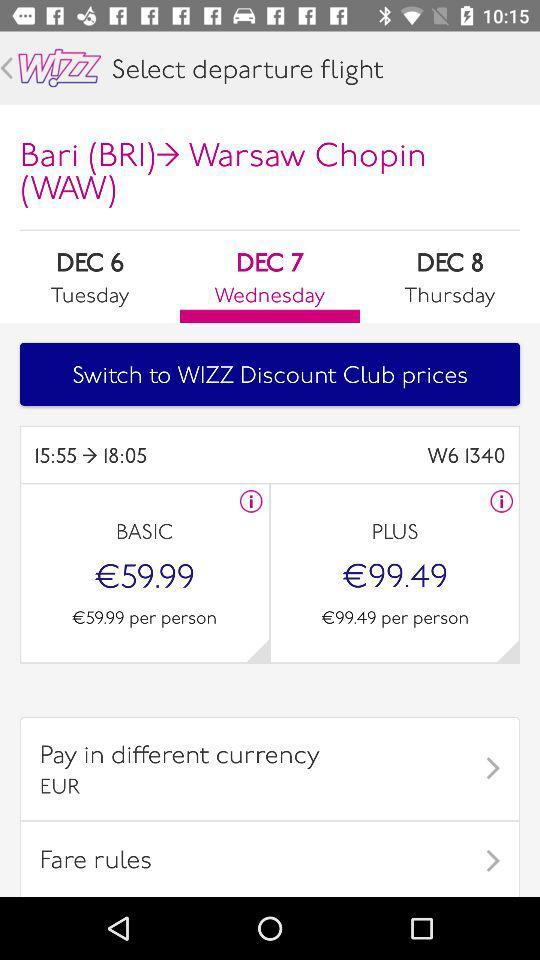  I want to click on return, so click(5, 68).